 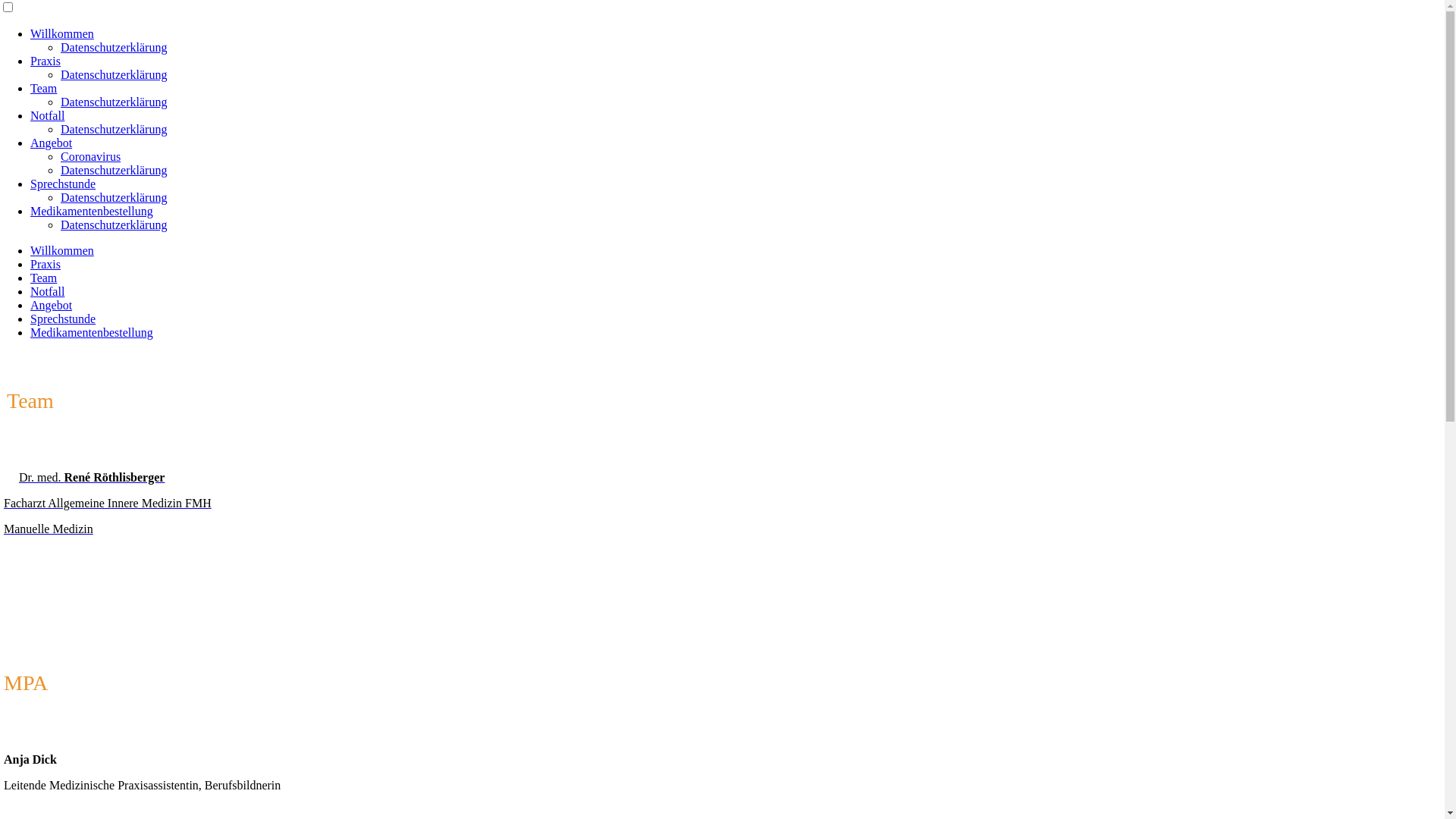 What do you see at coordinates (43, 278) in the screenshot?
I see `'Team'` at bounding box center [43, 278].